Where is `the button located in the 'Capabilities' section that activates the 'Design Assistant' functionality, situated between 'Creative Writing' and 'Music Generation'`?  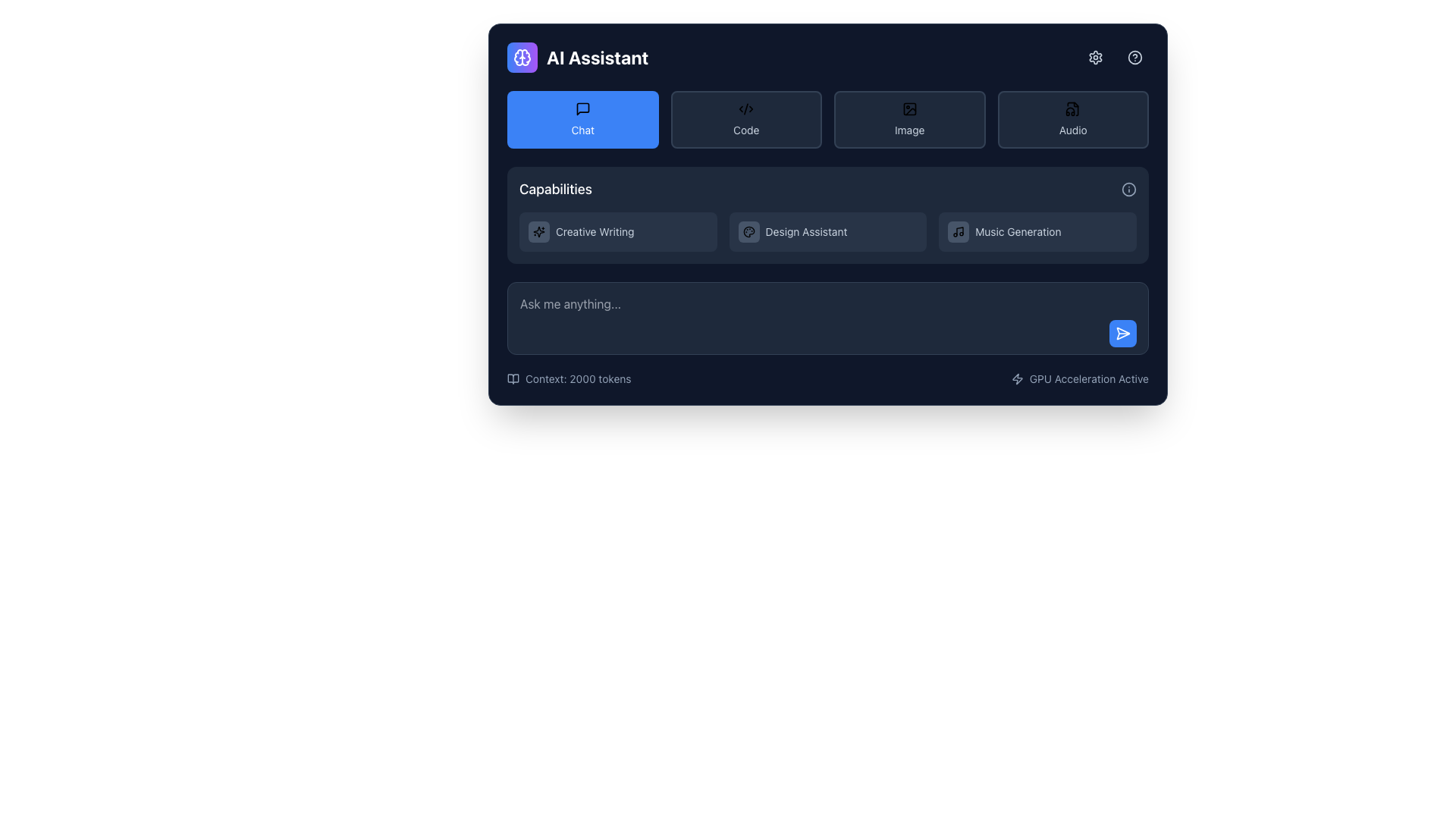
the button located in the 'Capabilities' section that activates the 'Design Assistant' functionality, situated between 'Creative Writing' and 'Music Generation' is located at coordinates (827, 231).